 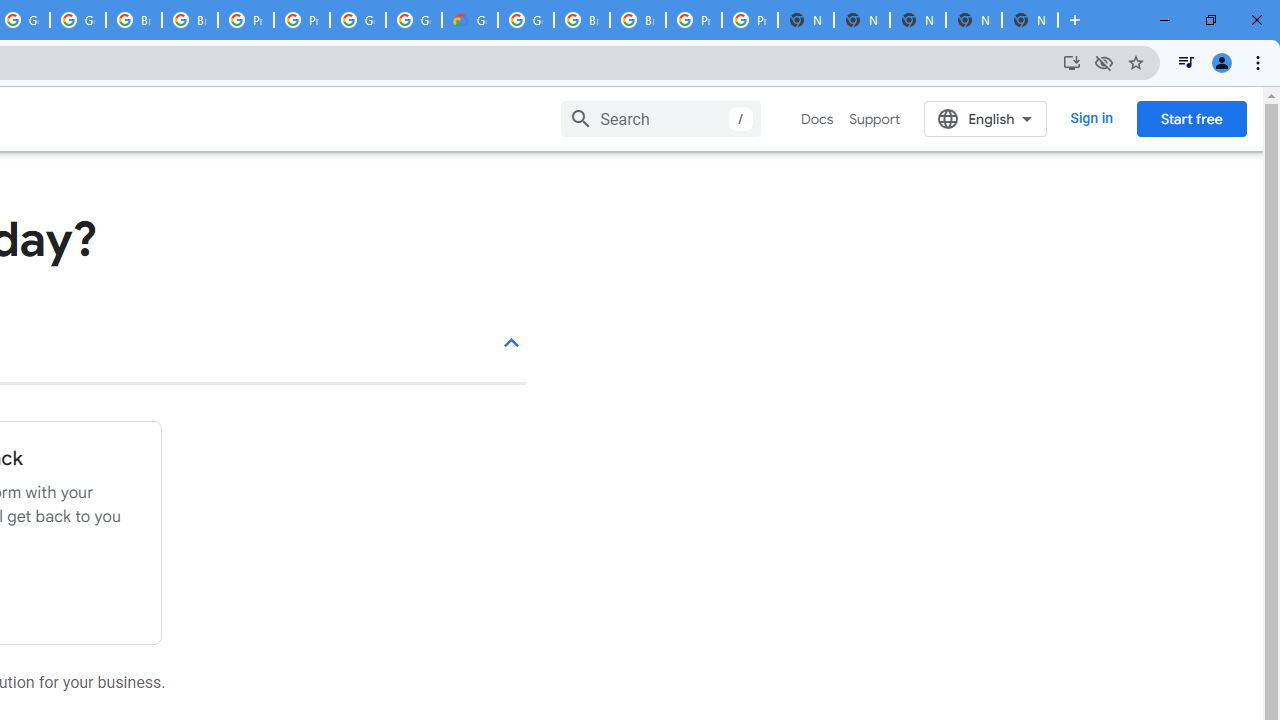 What do you see at coordinates (1071, 61) in the screenshot?
I see `'Install Google Cloud'` at bounding box center [1071, 61].